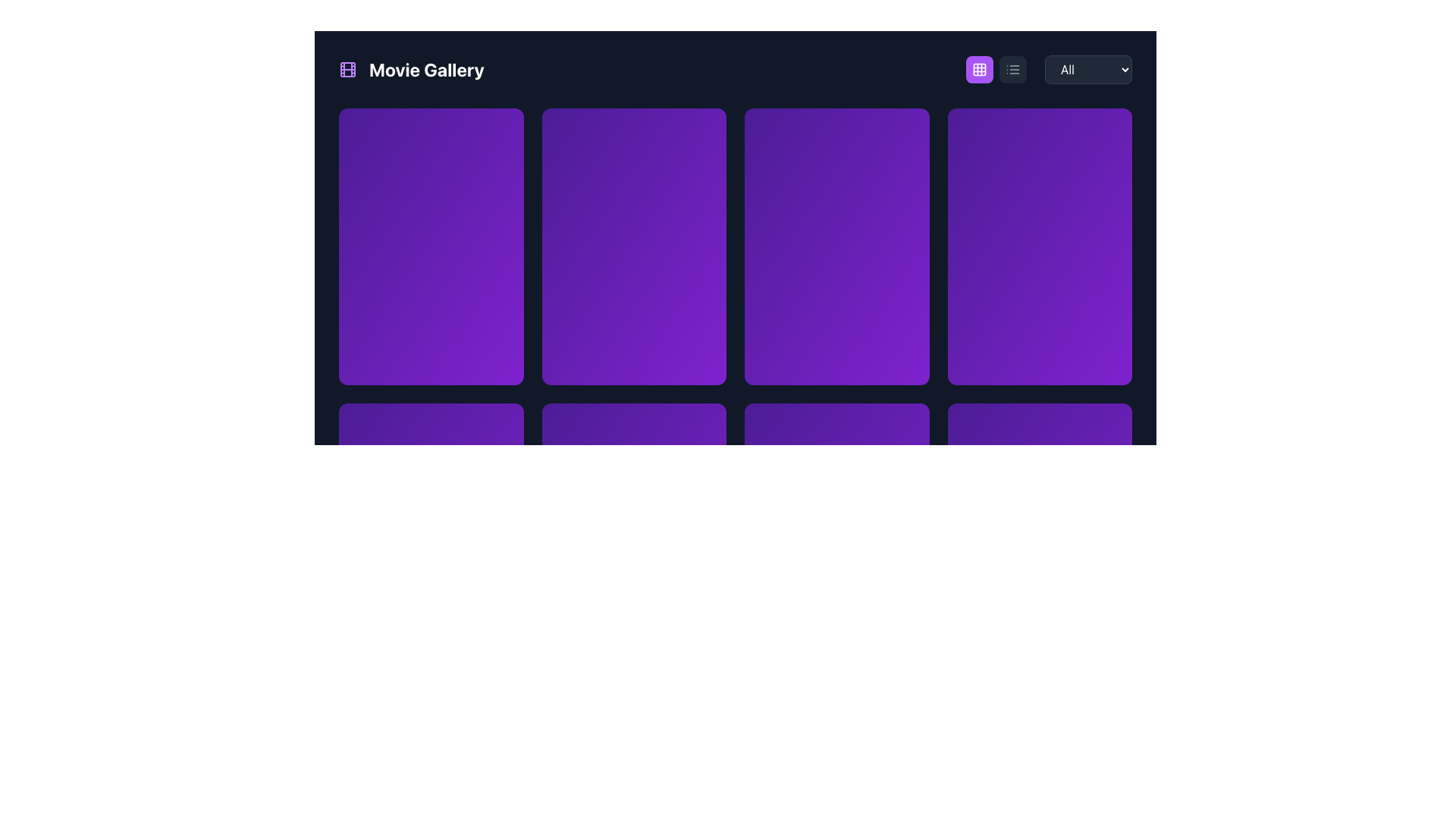 This screenshot has width=1456, height=819. Describe the element at coordinates (425, 70) in the screenshot. I see `the 'Movie Gallery' label, which identifies the current section and is located near the top-left corner of the interface, following a film reel icon` at that location.